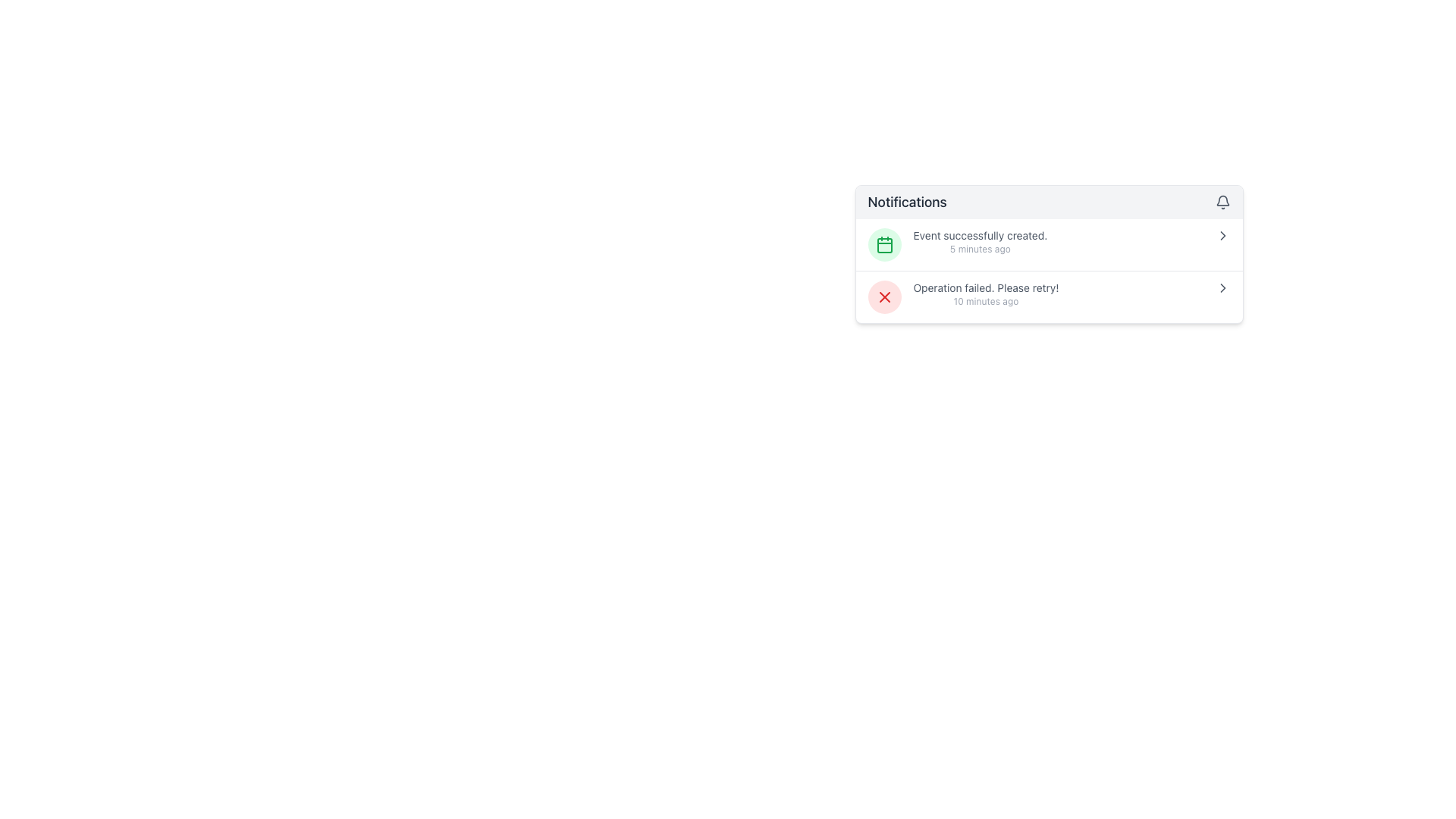 This screenshot has width=1456, height=819. What do you see at coordinates (986, 294) in the screenshot?
I see `error message displayed in the text block located in the notification card, positioned below the green notification item and to the right of the red circular icon with a white cross` at bounding box center [986, 294].